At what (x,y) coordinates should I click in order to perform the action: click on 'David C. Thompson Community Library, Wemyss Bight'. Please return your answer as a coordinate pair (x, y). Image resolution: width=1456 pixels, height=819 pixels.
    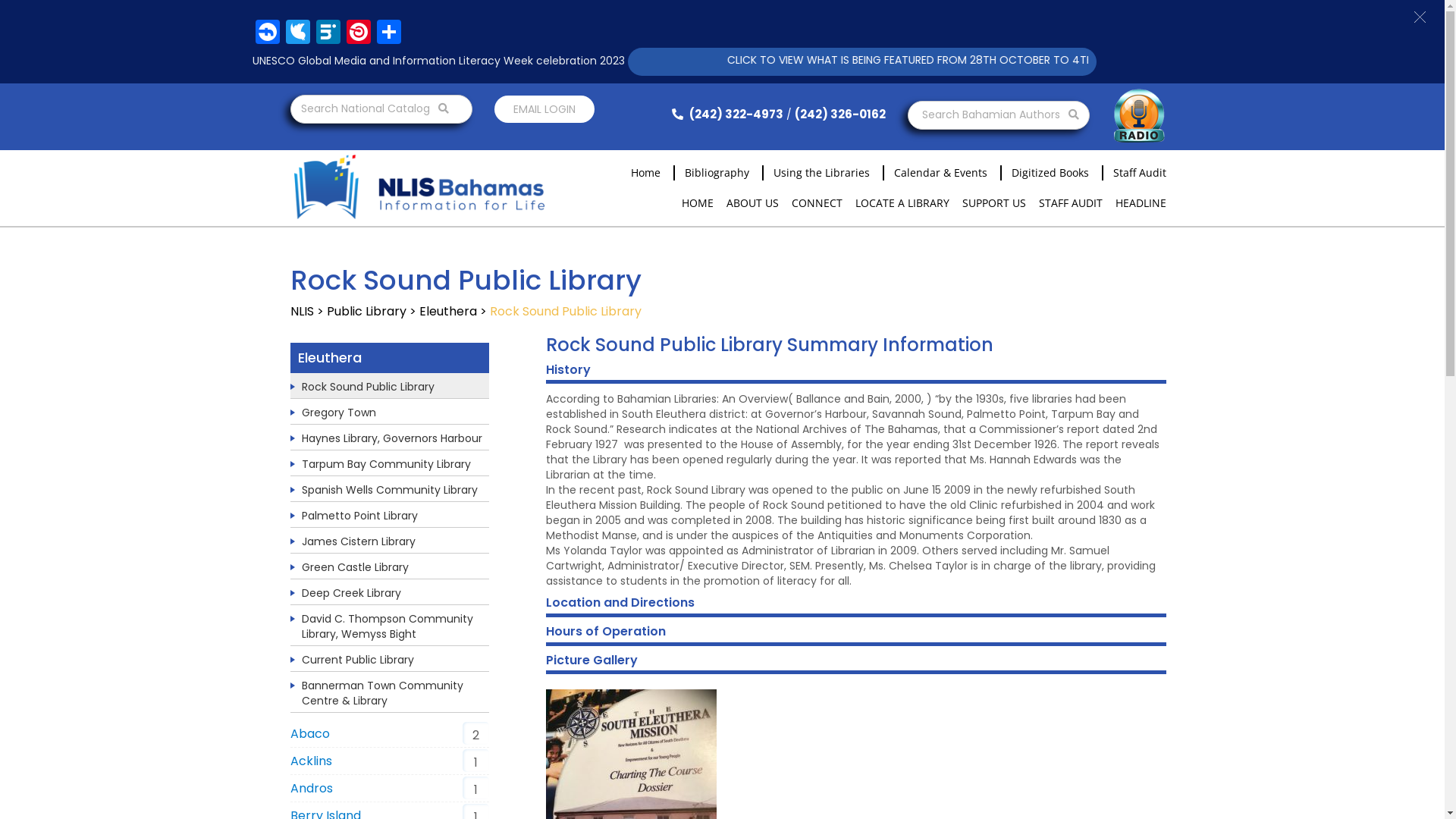
    Looking at the image, I should click on (302, 626).